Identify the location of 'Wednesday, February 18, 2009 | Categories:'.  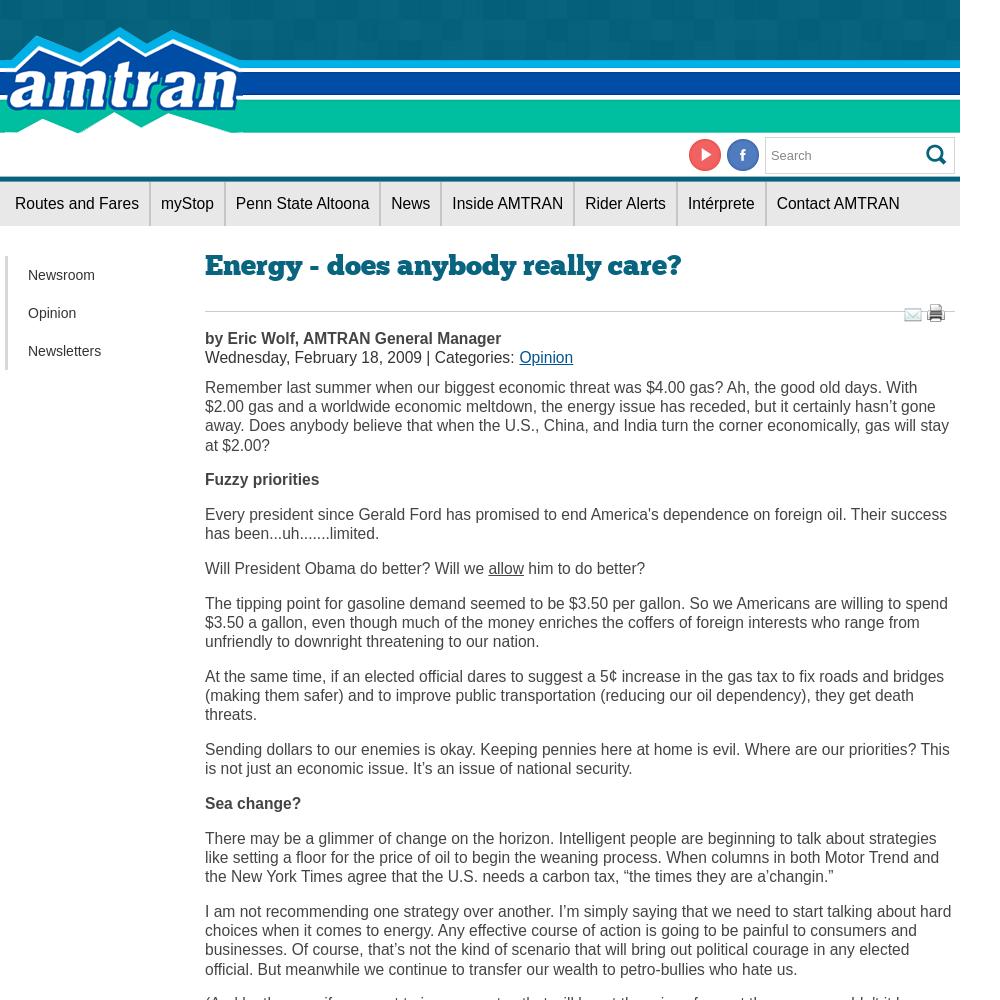
(358, 355).